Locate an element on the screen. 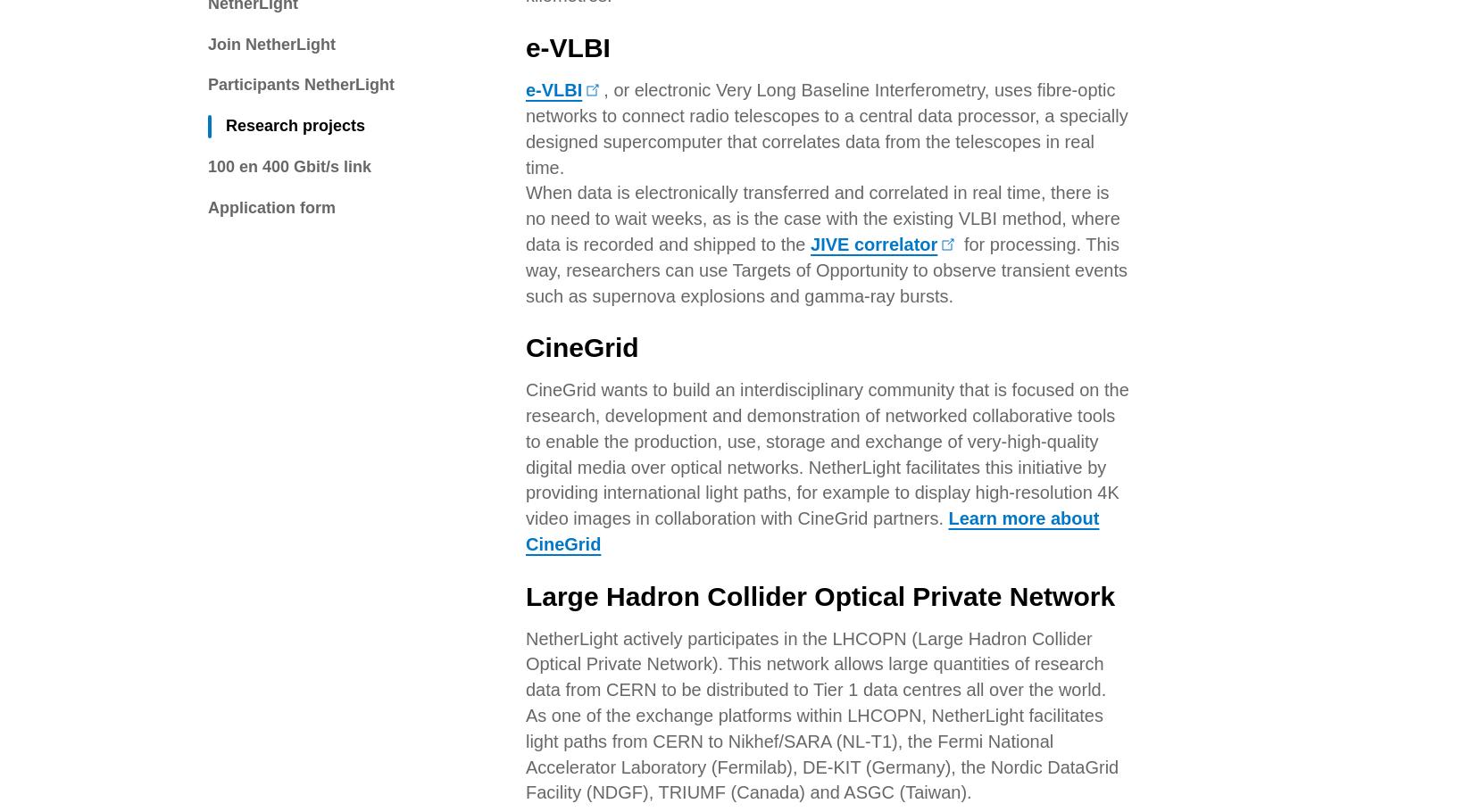 This screenshot has width=1473, height=812. 'As one of the exchange platforms within LHCOPN, NetherLight facilitates light paths from CERN to Nikhef/SARA (NL-T1), the Fermi National Accelerator Laboratory (Fermilab), DE-KIT (Germany), the Nordic DataGrid Facility (NDGF), TRIUMF (Canada) and ASGC (Taiwan).' is located at coordinates (821, 118).